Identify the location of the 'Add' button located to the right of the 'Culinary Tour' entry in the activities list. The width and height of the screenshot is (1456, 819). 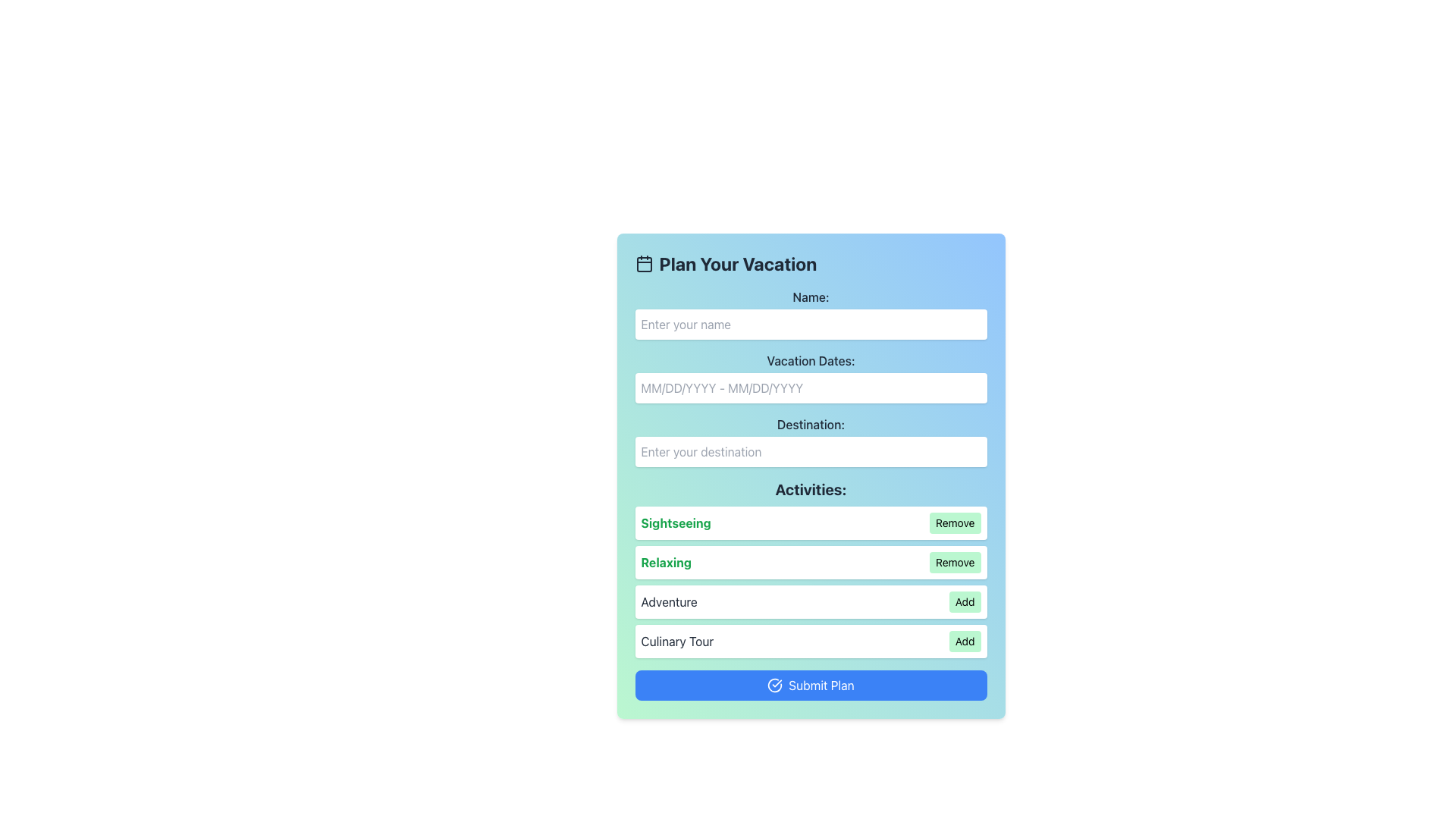
(964, 641).